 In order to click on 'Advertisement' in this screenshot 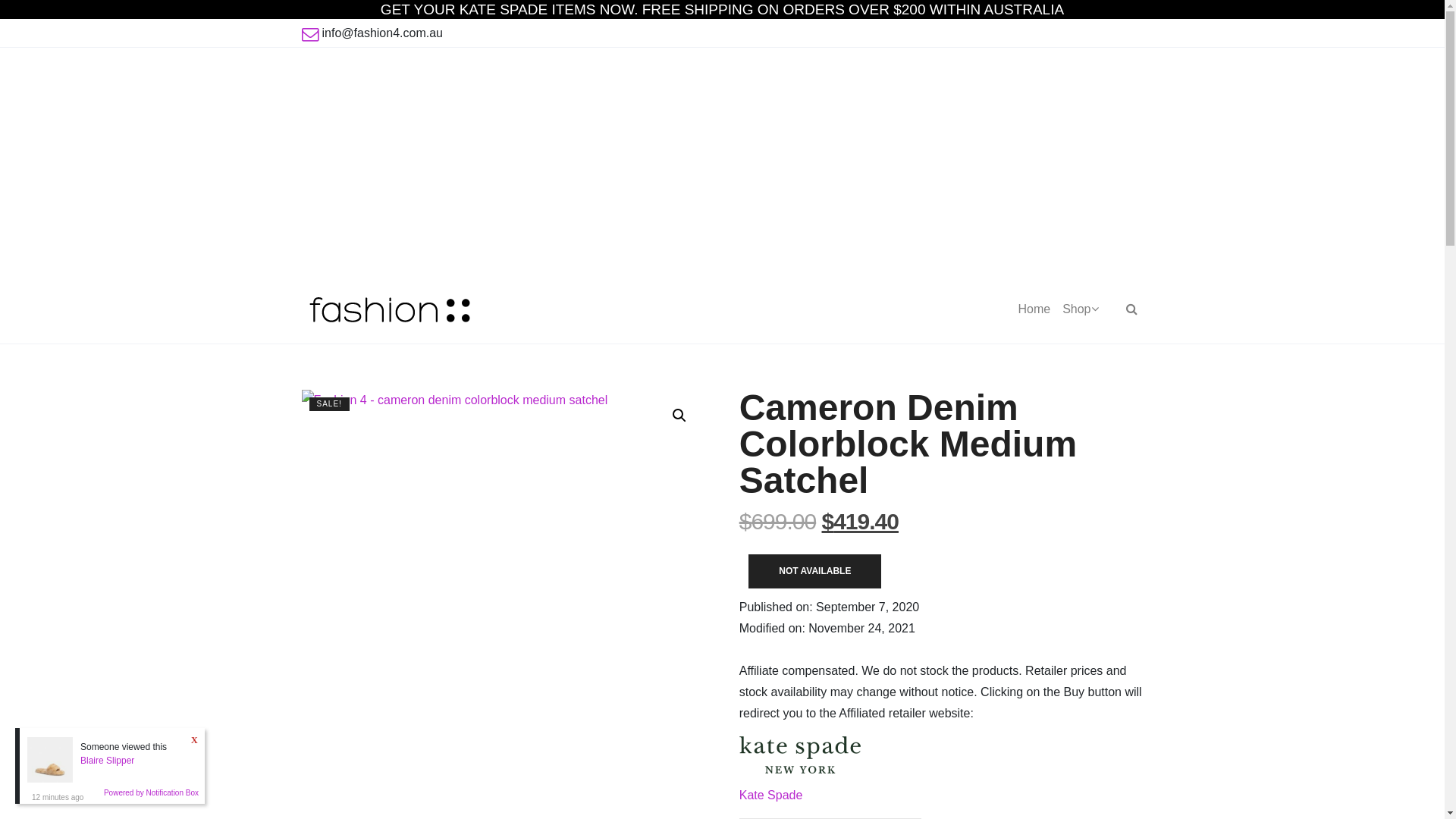, I will do `click(720, 161)`.